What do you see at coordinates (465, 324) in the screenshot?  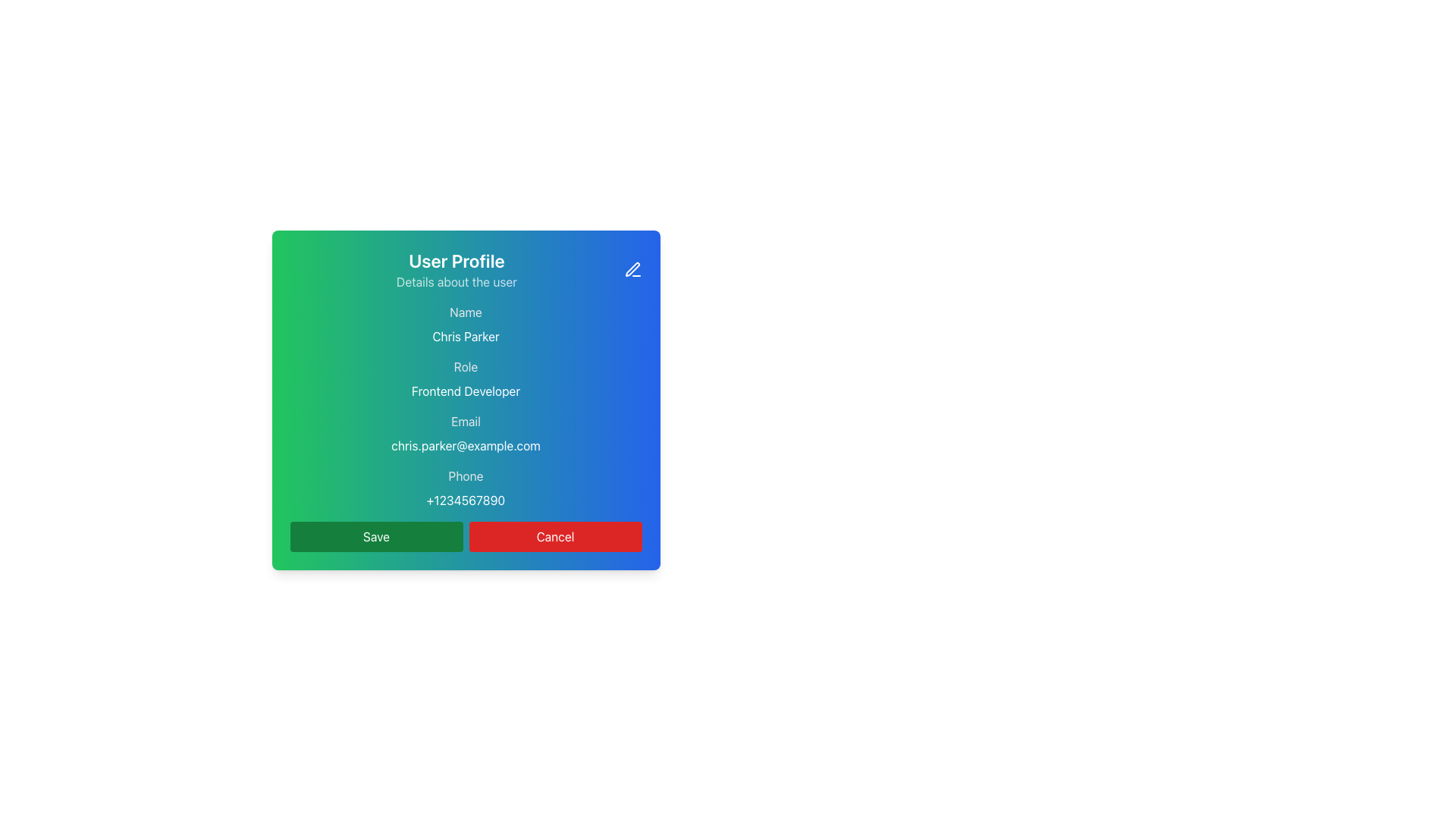 I see `the text label and value pair displaying 'Name' and 'Chris Parker' within the User Profile card interface, which is the first information section` at bounding box center [465, 324].